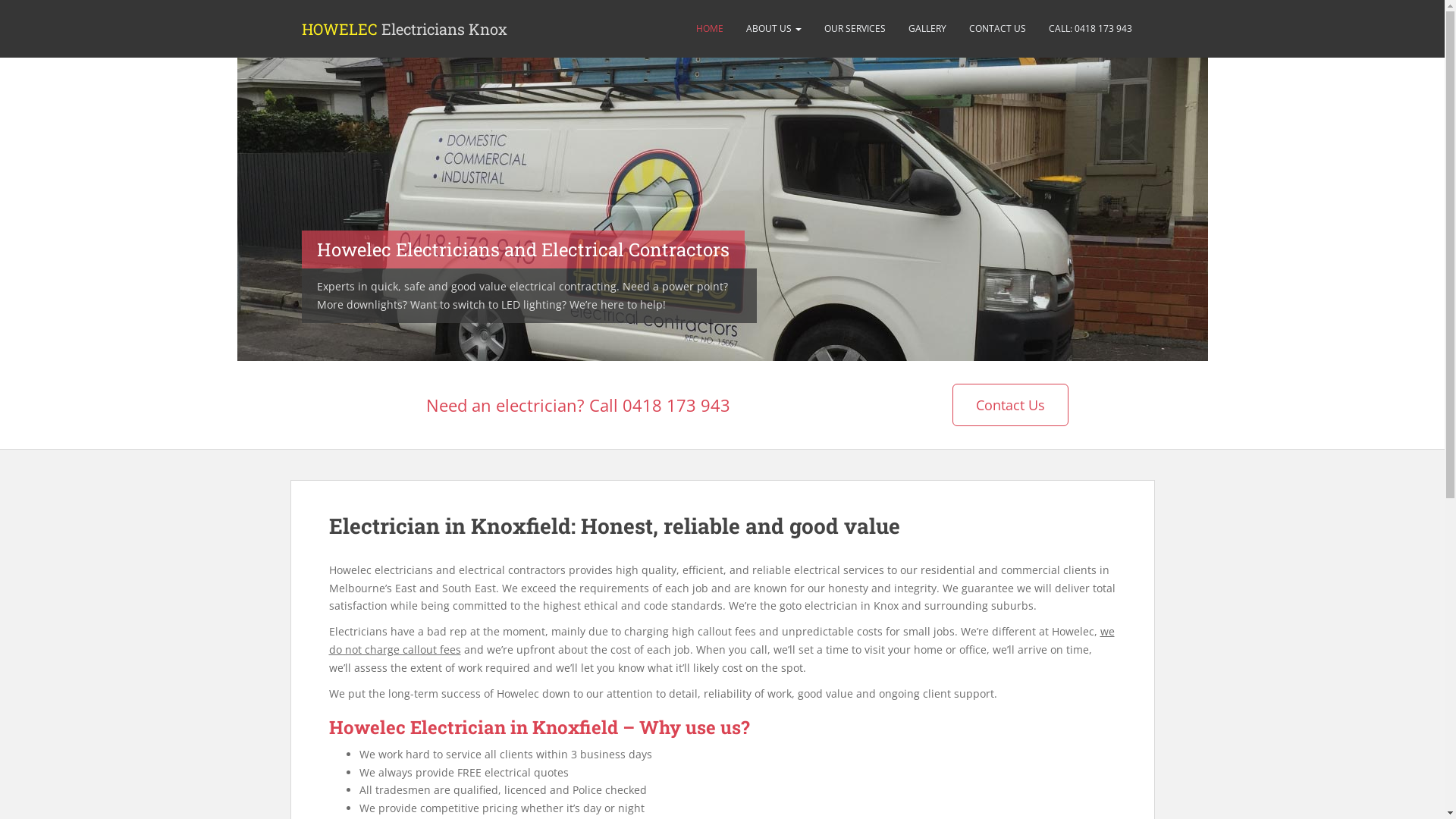  What do you see at coordinates (1090, 29) in the screenshot?
I see `'CALL: 0418 173 943'` at bounding box center [1090, 29].